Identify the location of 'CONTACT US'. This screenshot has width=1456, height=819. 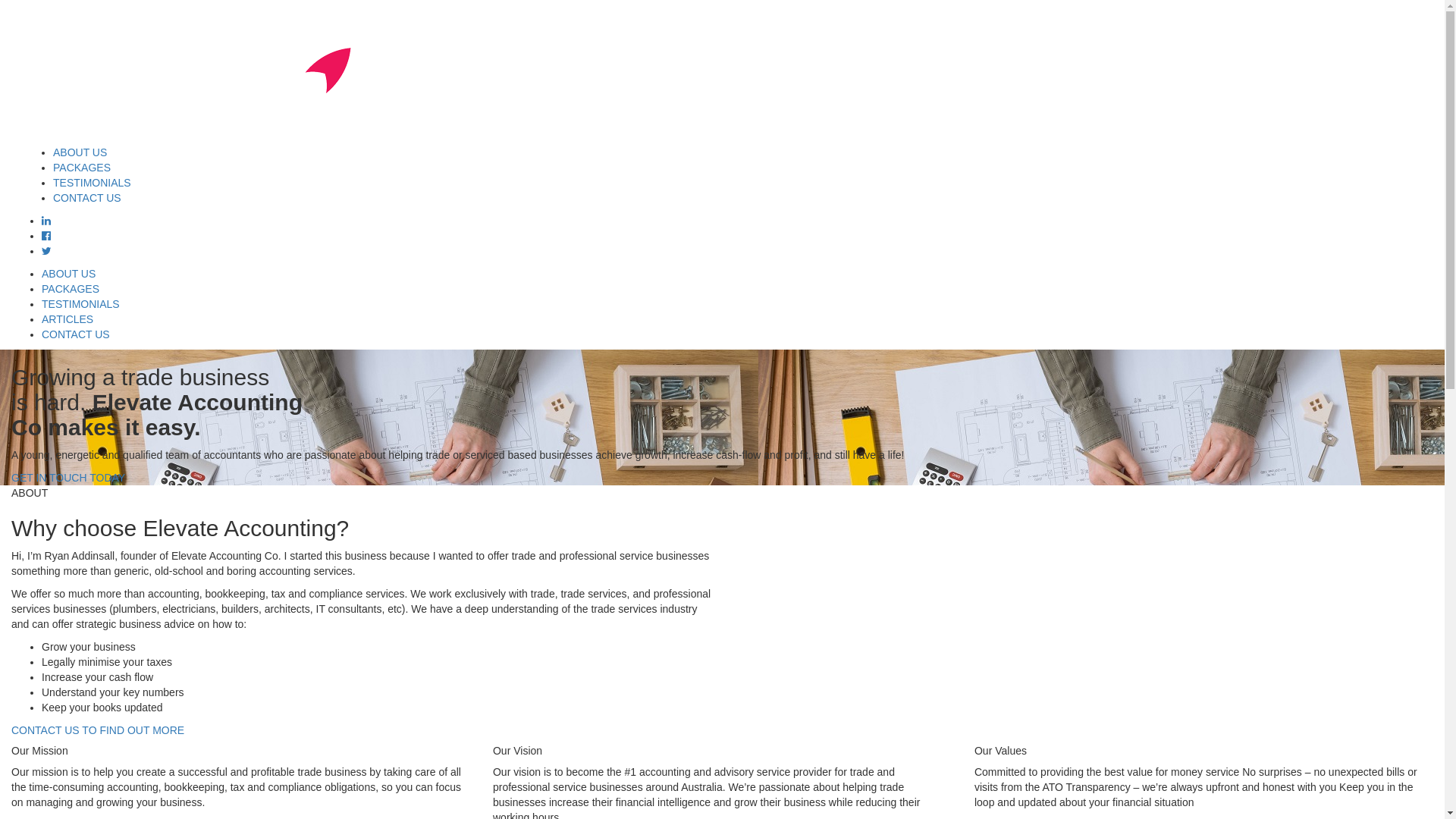
(86, 197).